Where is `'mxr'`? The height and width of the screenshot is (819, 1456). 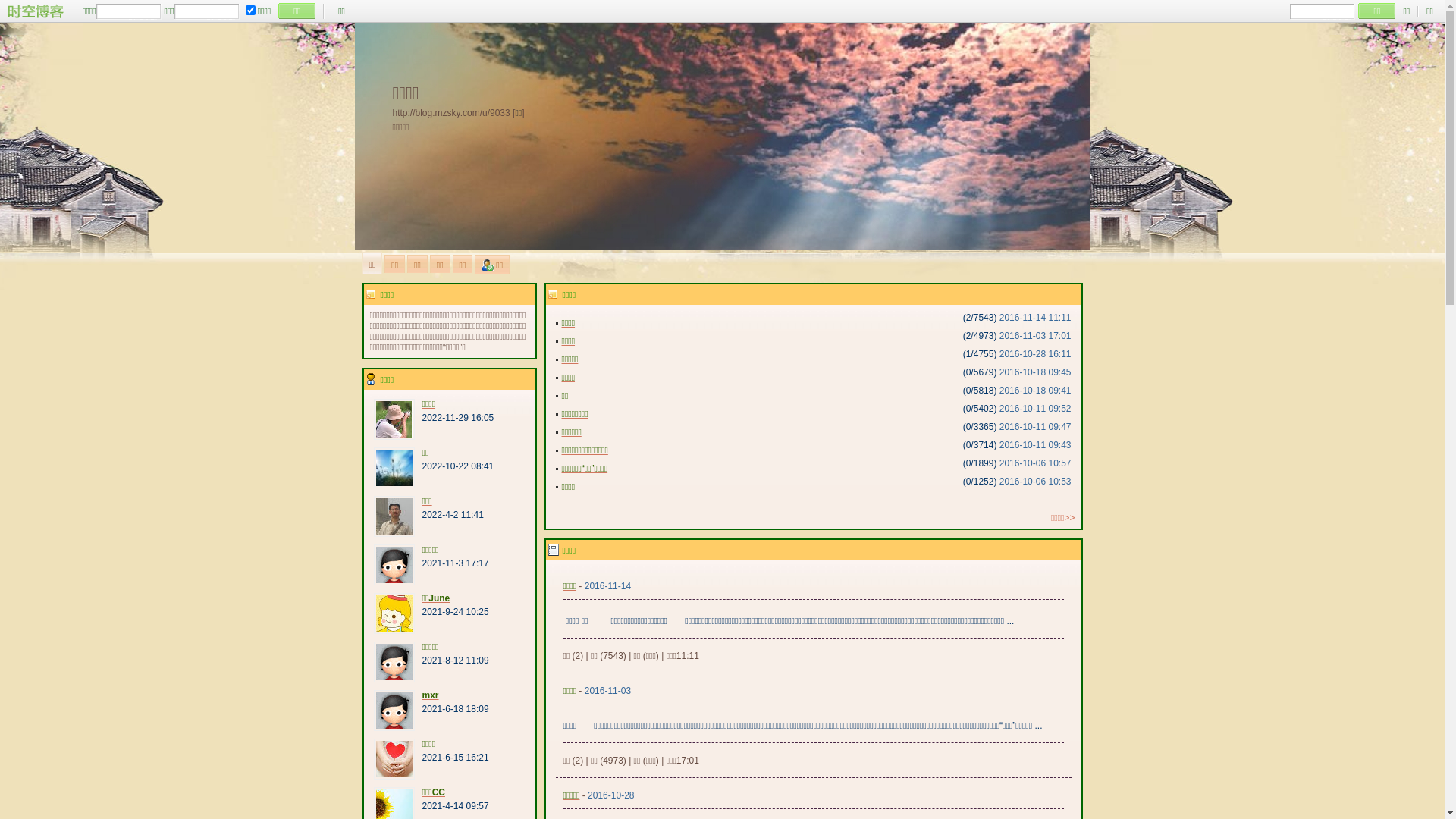 'mxr' is located at coordinates (428, 695).